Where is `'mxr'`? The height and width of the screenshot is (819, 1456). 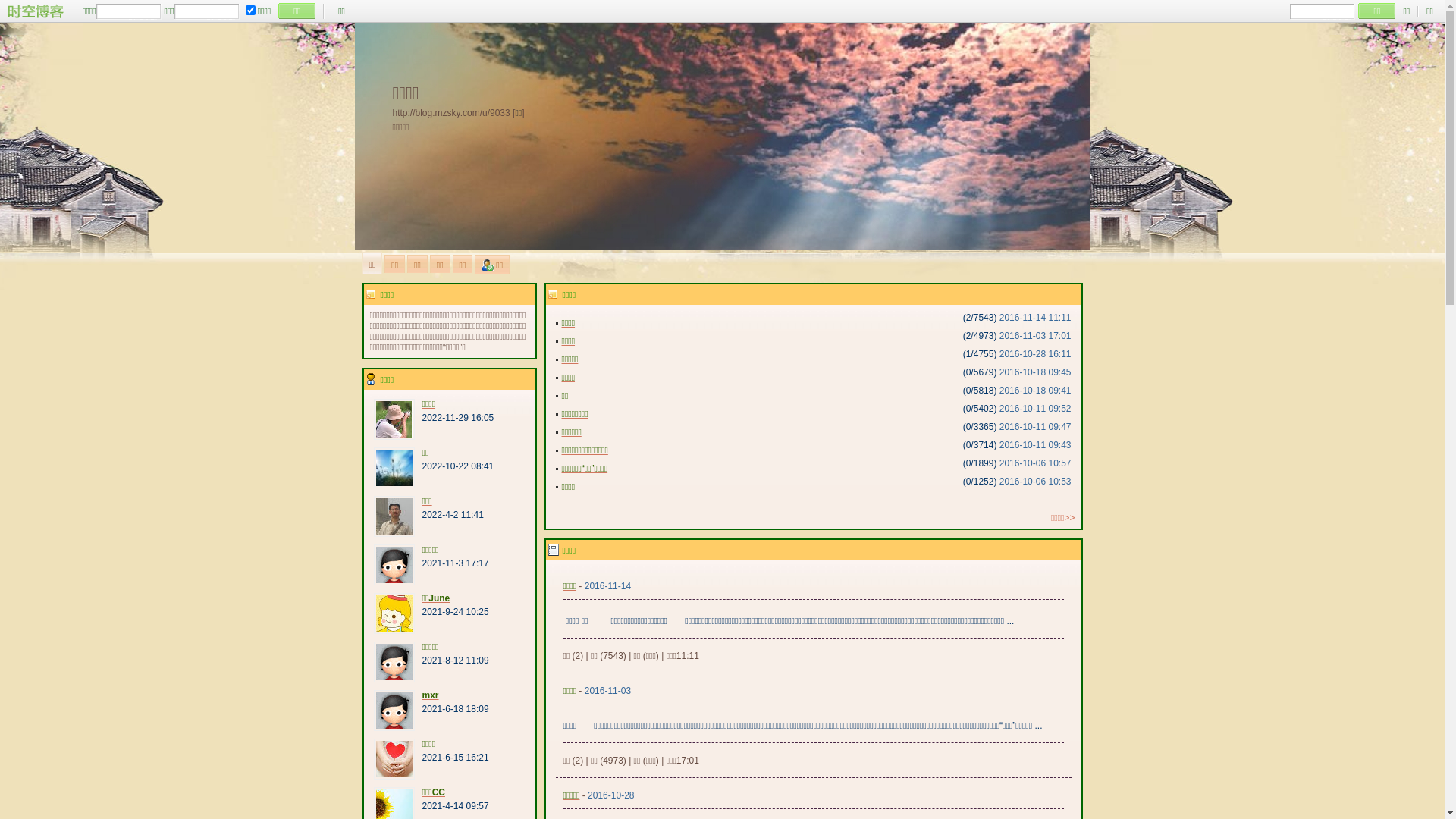 'mxr' is located at coordinates (428, 695).